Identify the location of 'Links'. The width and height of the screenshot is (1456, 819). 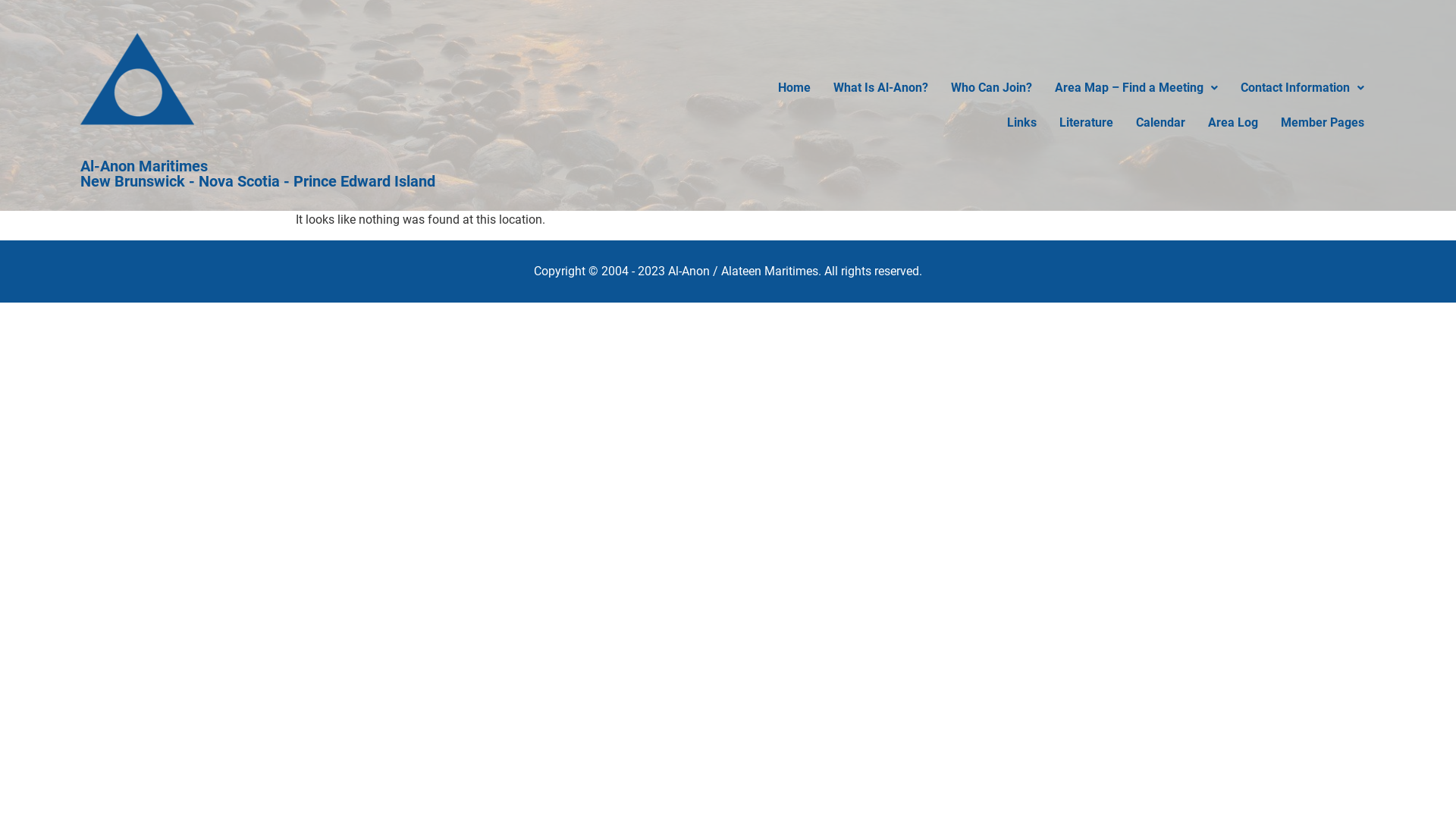
(1021, 122).